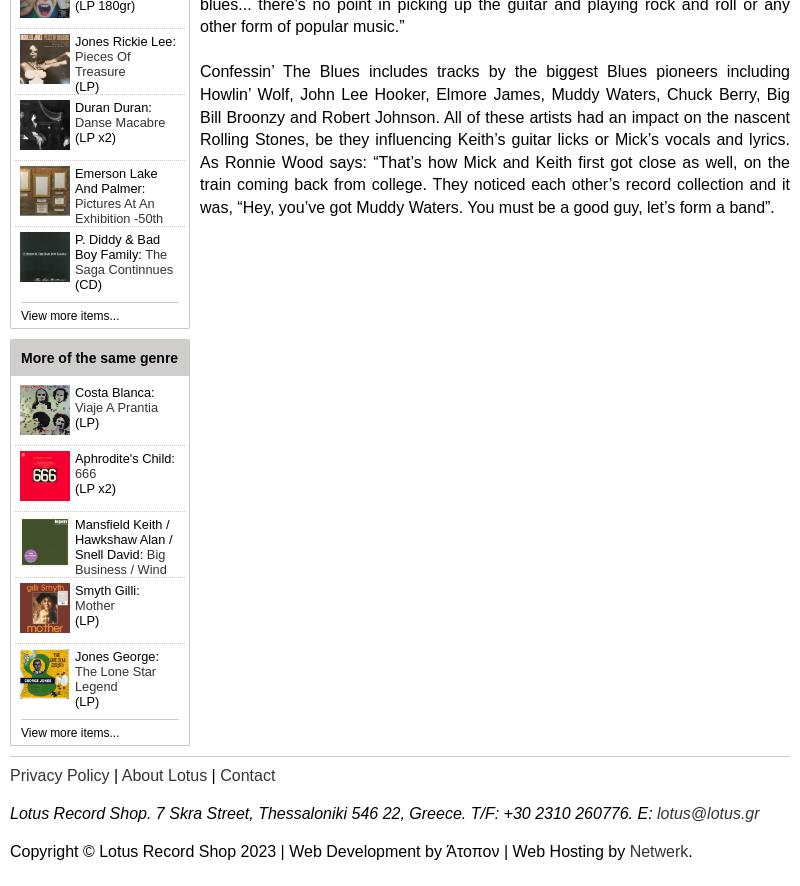  I want to click on 'Privacy Policy', so click(10, 774).